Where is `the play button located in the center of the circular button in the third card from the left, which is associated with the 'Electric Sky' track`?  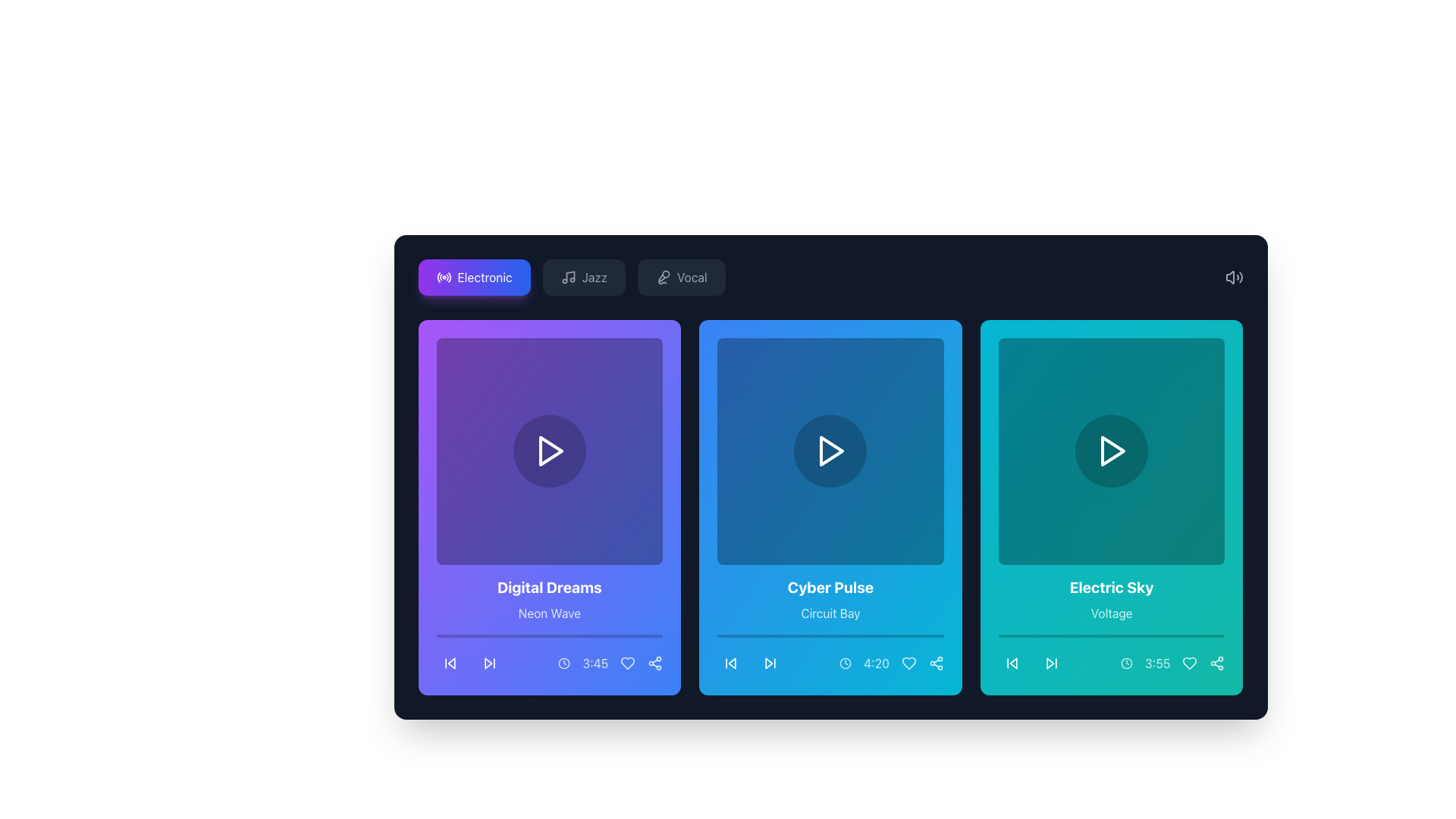
the play button located in the center of the circular button in the third card from the left, which is associated with the 'Electric Sky' track is located at coordinates (1112, 450).